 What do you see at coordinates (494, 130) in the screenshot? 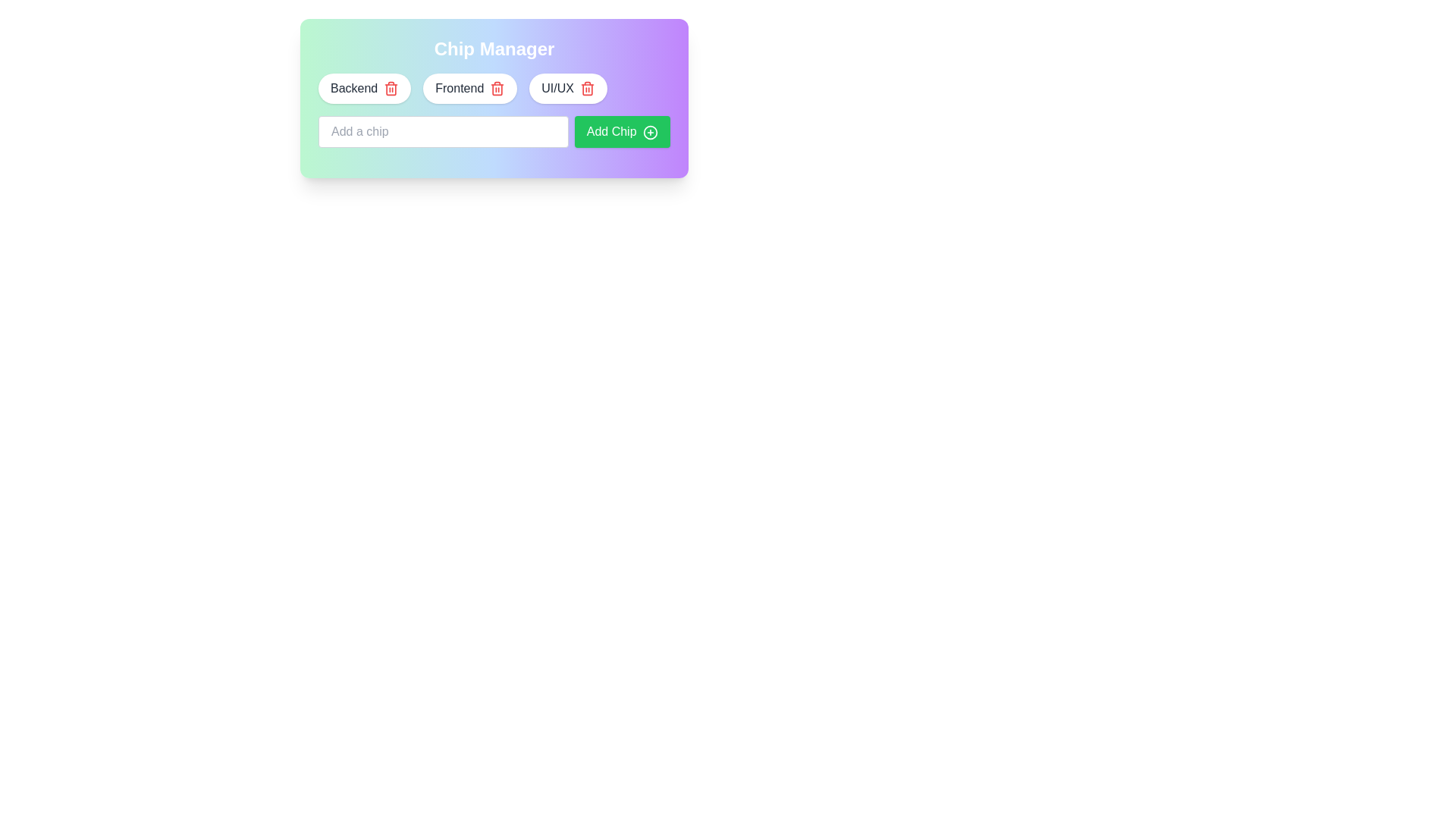
I see `the button located in the input field component for adding chips, which is centrally positioned under the labels 'Backend', 'Frontend', and 'UI/UX'` at bounding box center [494, 130].